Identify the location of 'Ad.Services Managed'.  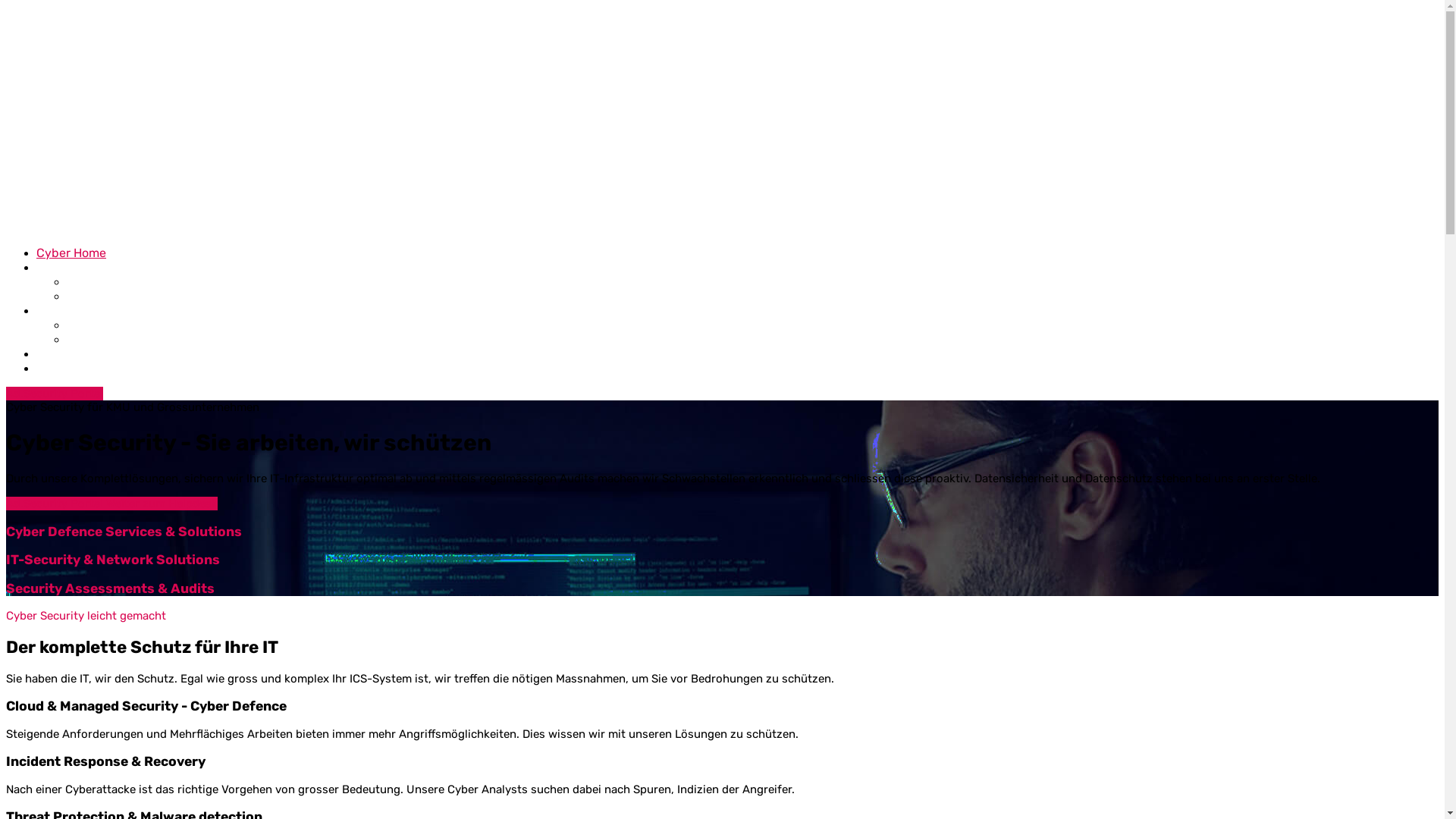
(97, 309).